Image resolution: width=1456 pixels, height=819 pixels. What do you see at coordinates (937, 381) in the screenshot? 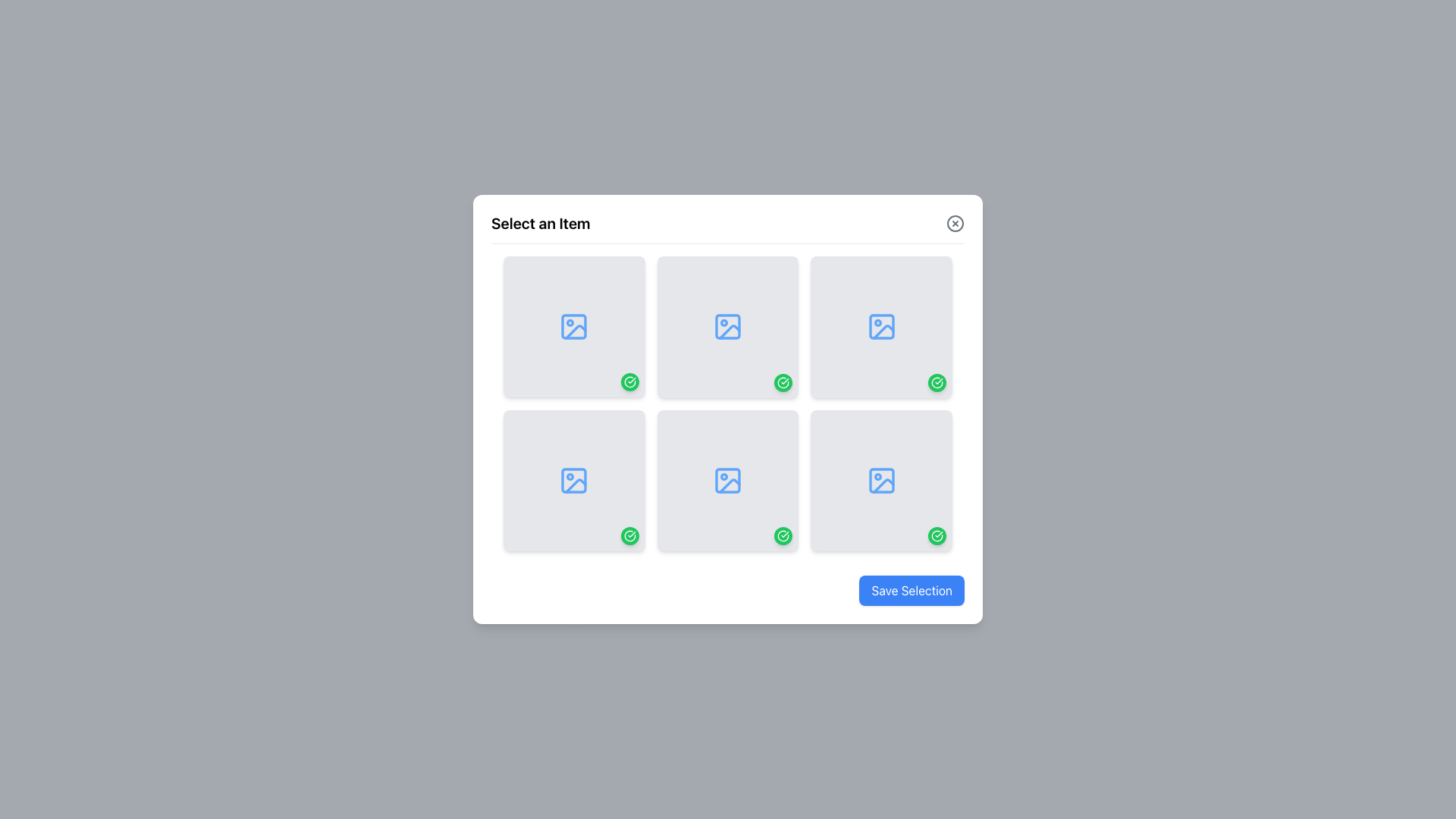
I see `the green circular confirmation icon with a white check mark located in the bottom-right corner of the grid's lower-right tile` at bounding box center [937, 381].